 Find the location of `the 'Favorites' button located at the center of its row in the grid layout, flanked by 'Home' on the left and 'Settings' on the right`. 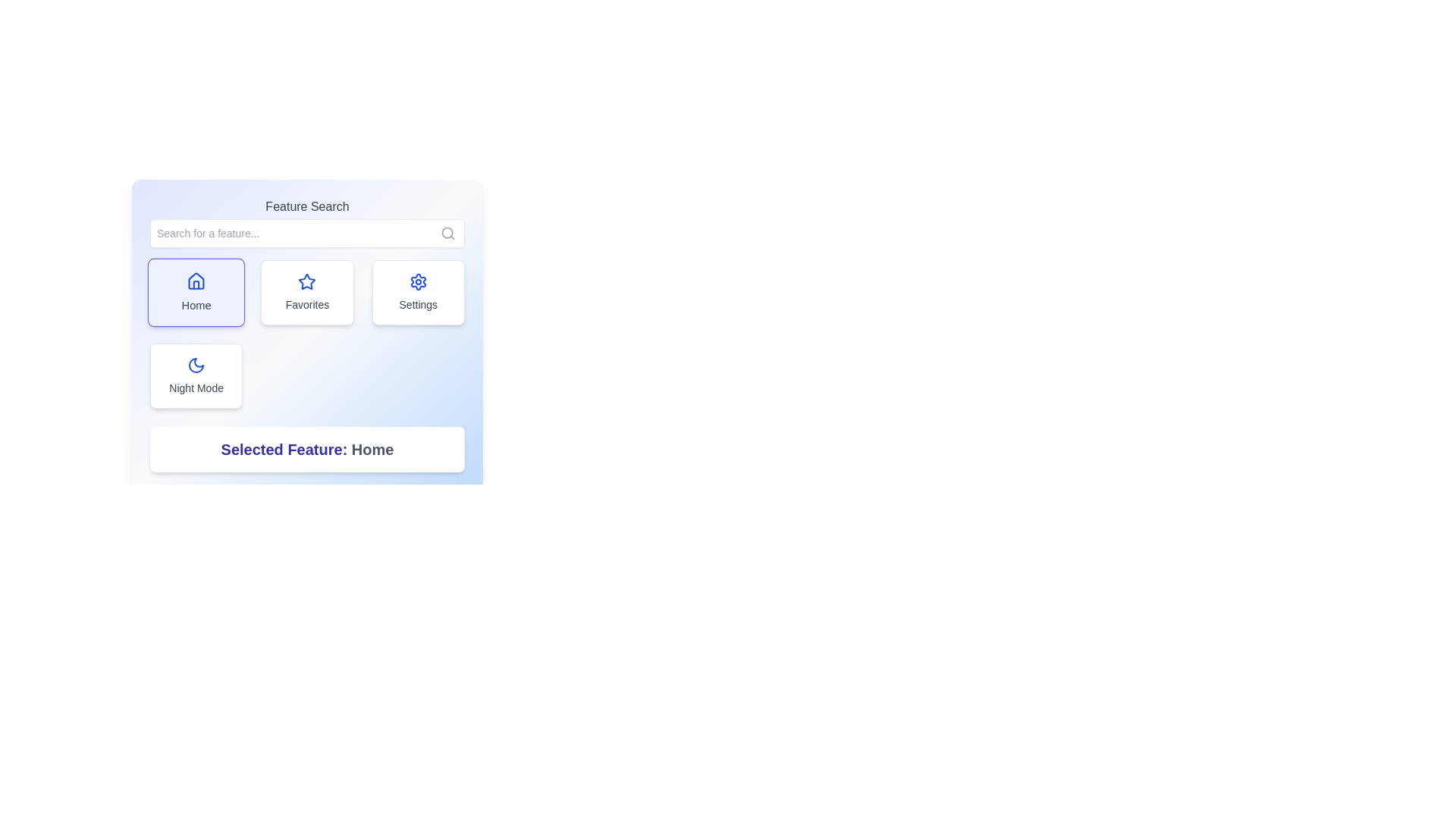

the 'Favorites' button located at the center of its row in the grid layout, flanked by 'Home' on the left and 'Settings' on the right is located at coordinates (306, 322).